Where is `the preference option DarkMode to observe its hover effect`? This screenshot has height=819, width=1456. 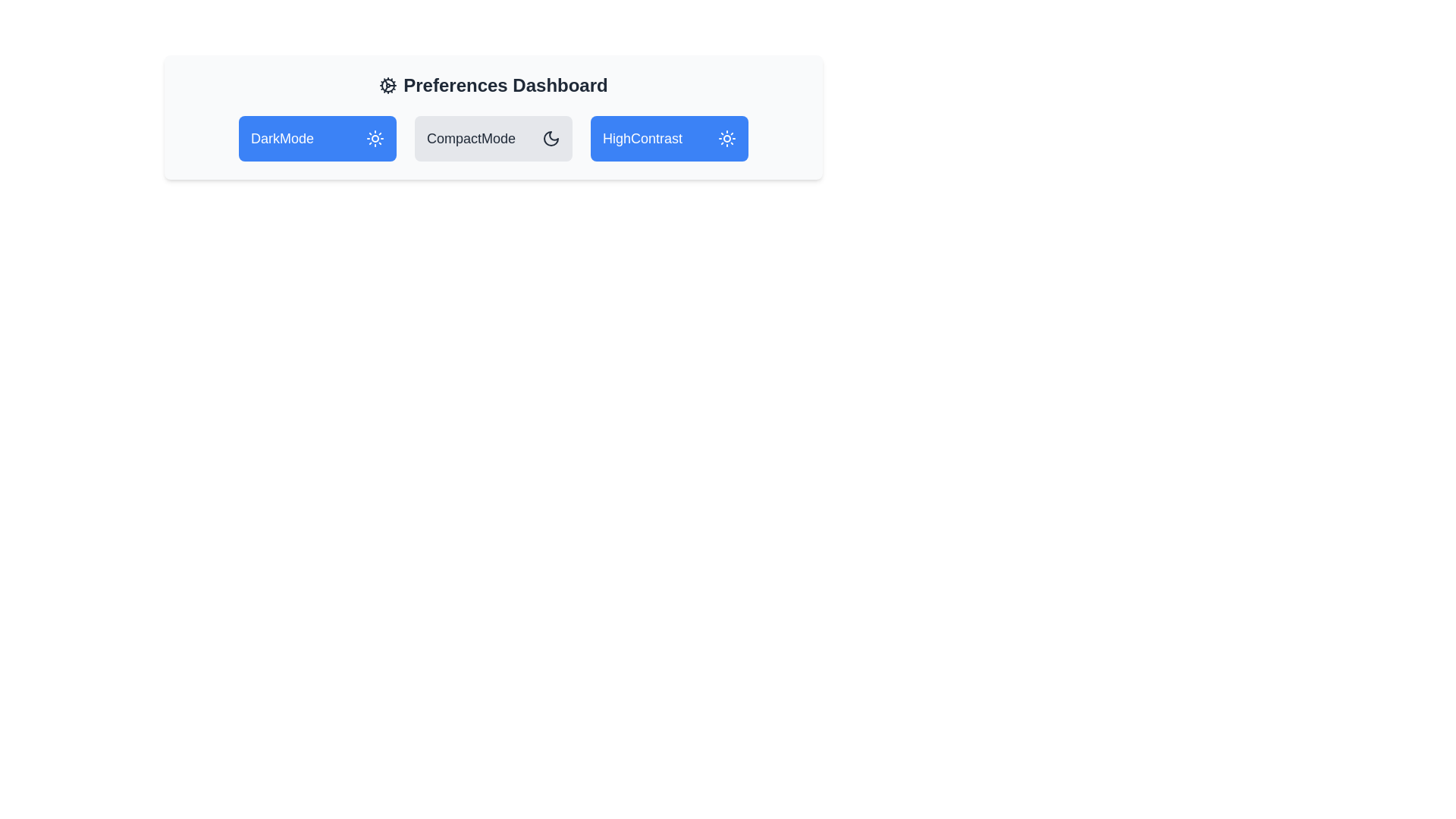
the preference option DarkMode to observe its hover effect is located at coordinates (316, 138).